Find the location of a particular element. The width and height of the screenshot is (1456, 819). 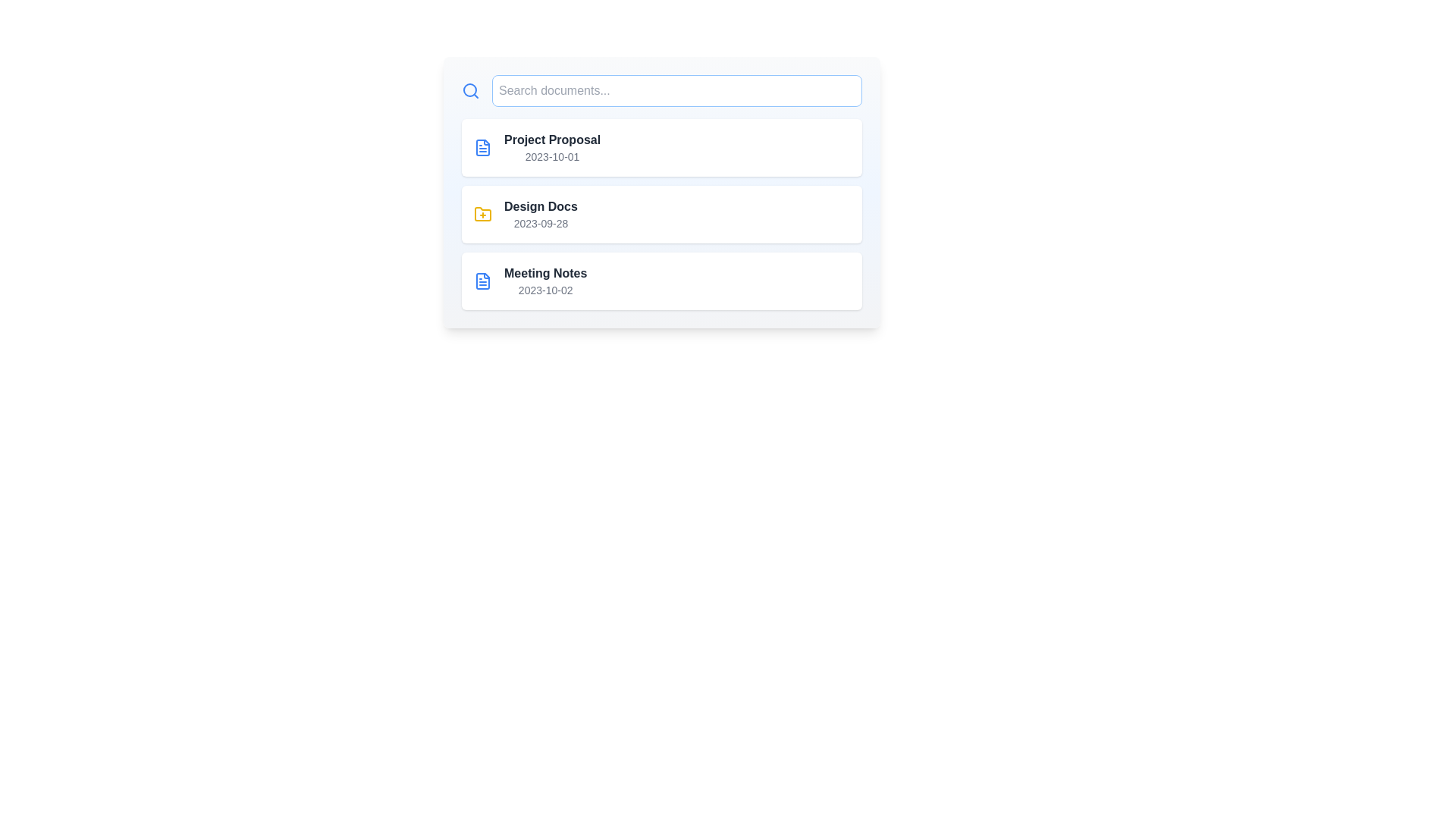

the document item identified by Design Docs is located at coordinates (662, 214).